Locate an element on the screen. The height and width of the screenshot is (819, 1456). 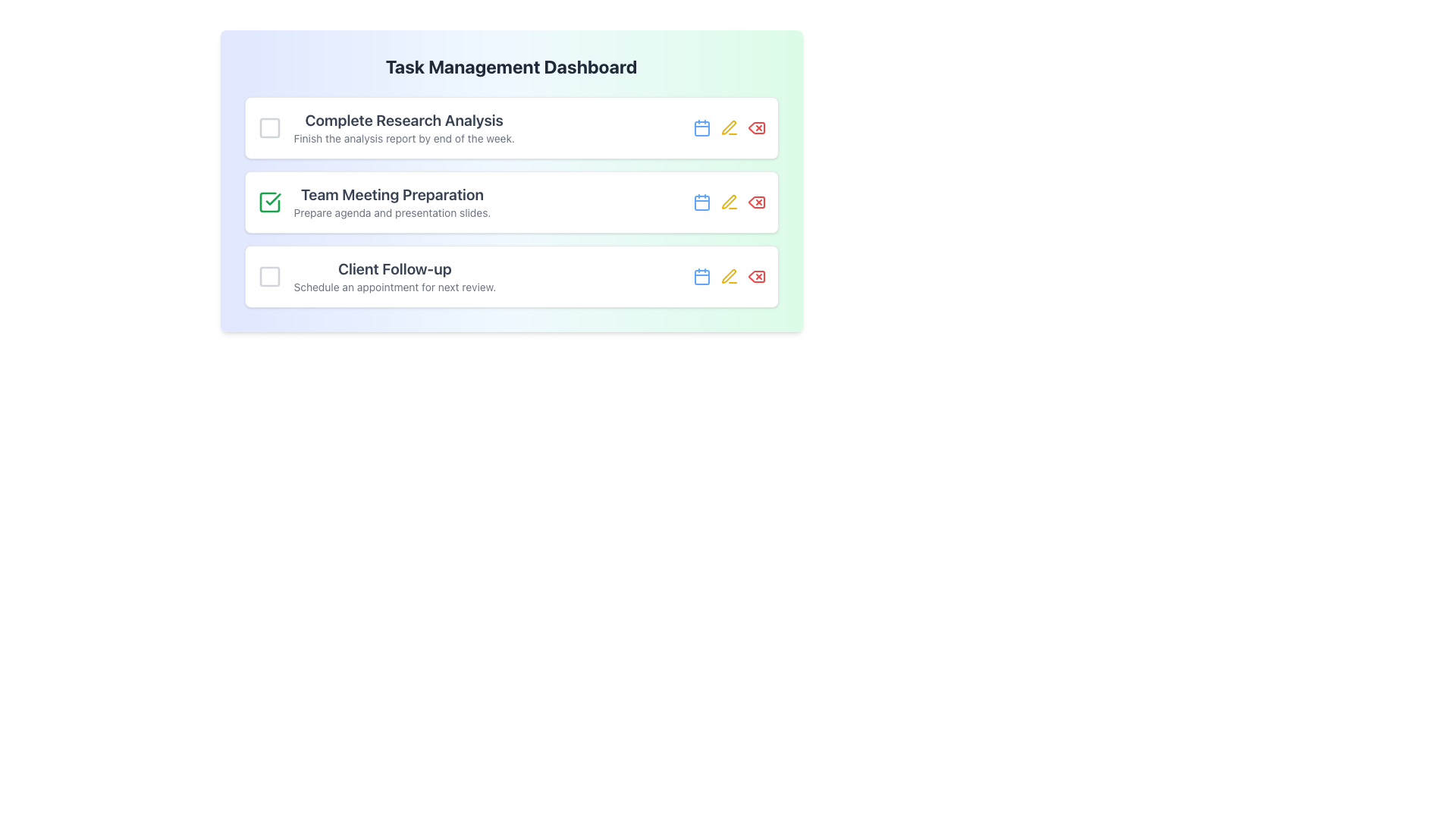
the red delete icon button located in the row for 'Team Meeting Preparation' is located at coordinates (756, 201).